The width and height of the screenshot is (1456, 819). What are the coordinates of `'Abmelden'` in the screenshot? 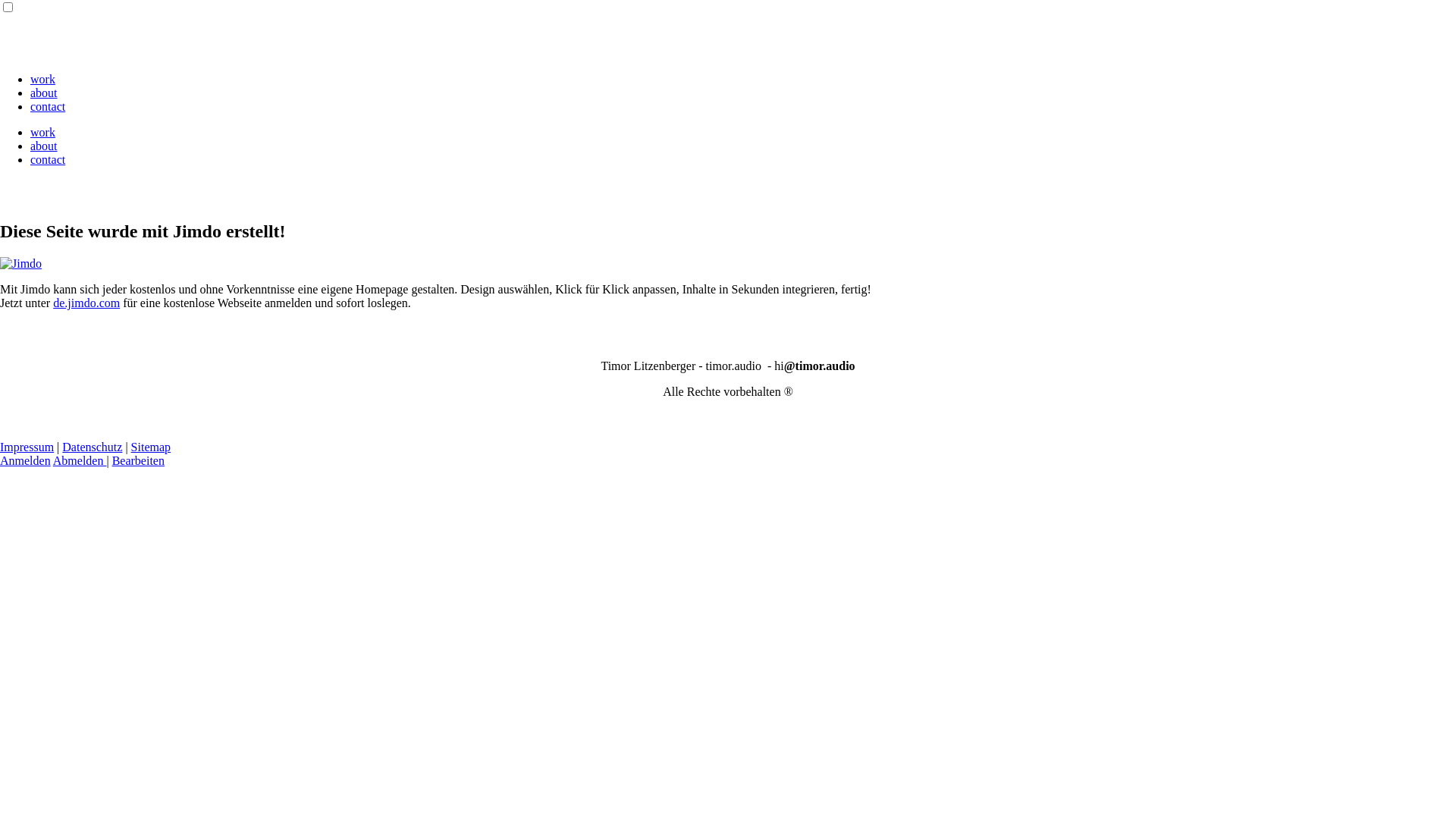 It's located at (79, 460).